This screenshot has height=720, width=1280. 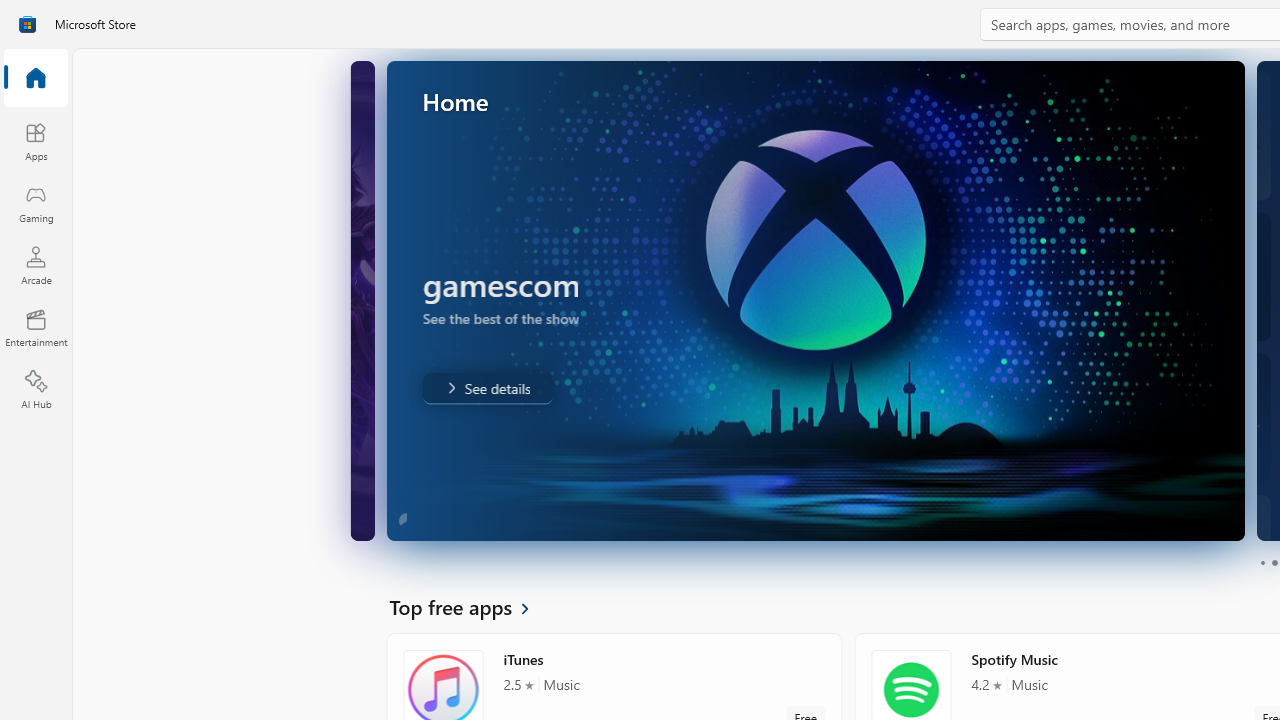 What do you see at coordinates (27, 24) in the screenshot?
I see `'Class: Image'` at bounding box center [27, 24].